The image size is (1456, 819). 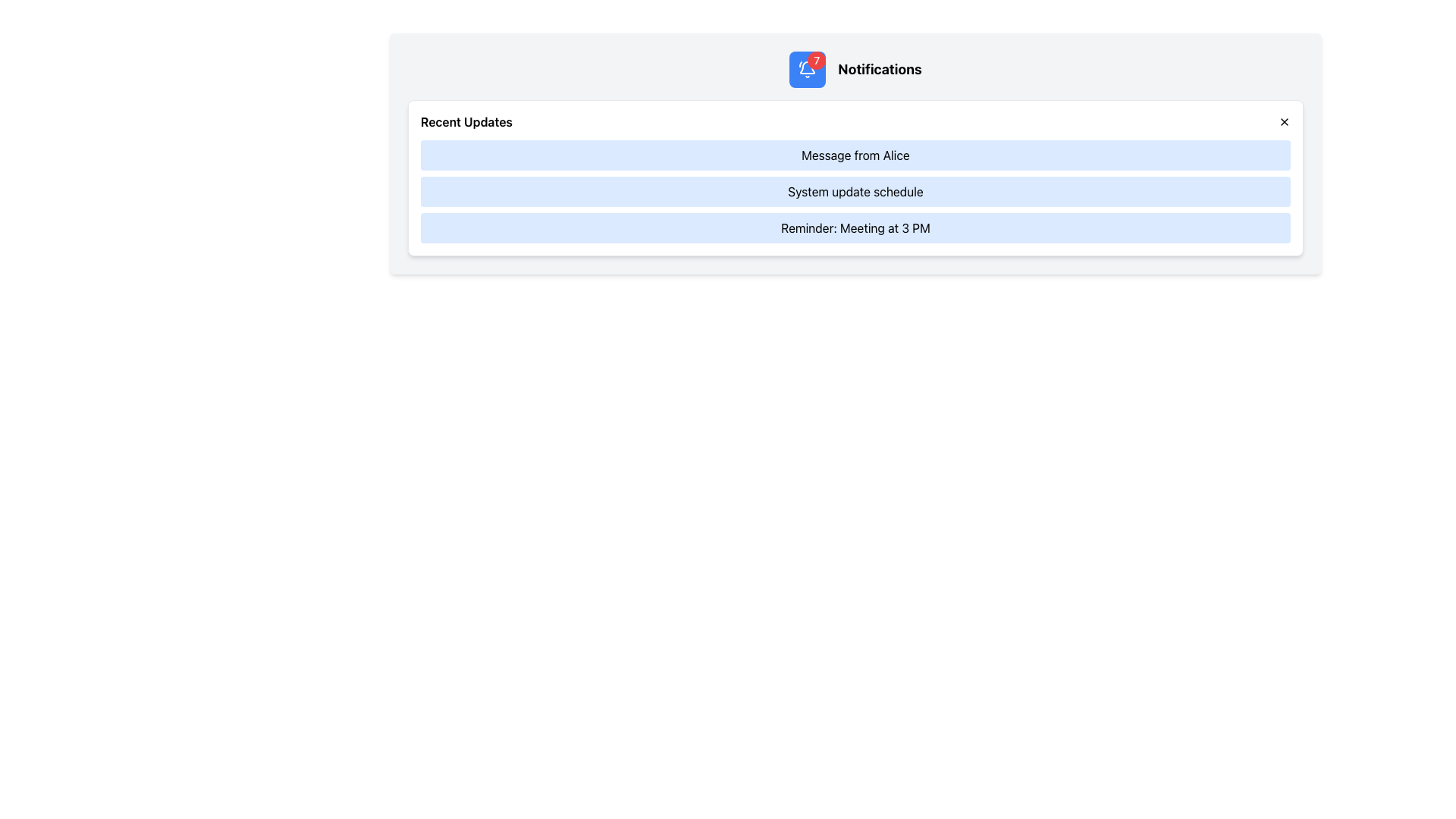 What do you see at coordinates (855, 191) in the screenshot?
I see `the text label displaying 'System update schedule' which is part of the notifications panel` at bounding box center [855, 191].